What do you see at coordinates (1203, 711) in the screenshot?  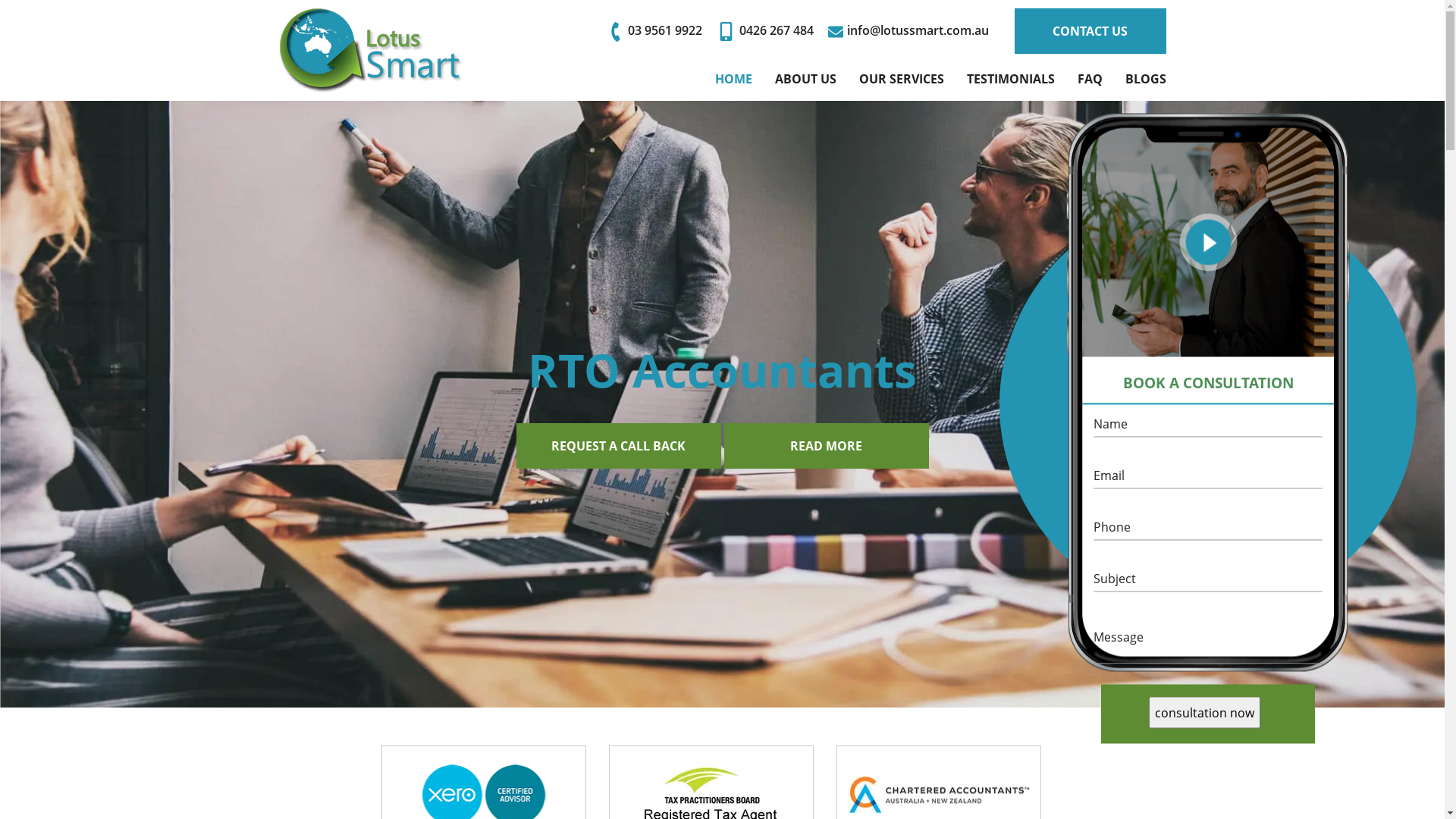 I see `'consultation now'` at bounding box center [1203, 711].